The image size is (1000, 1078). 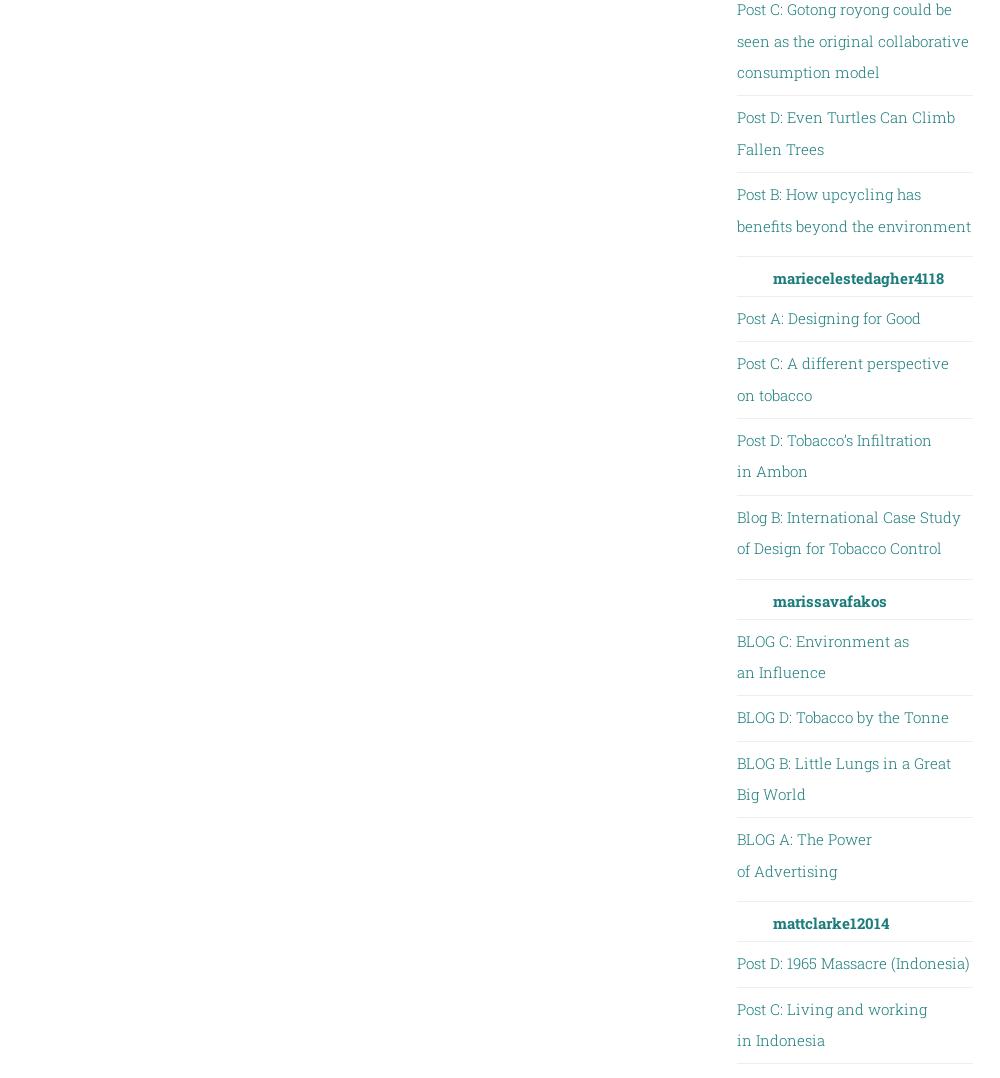 I want to click on 'Post B: How upcycling has benefits beyond the environment', so click(x=852, y=209).